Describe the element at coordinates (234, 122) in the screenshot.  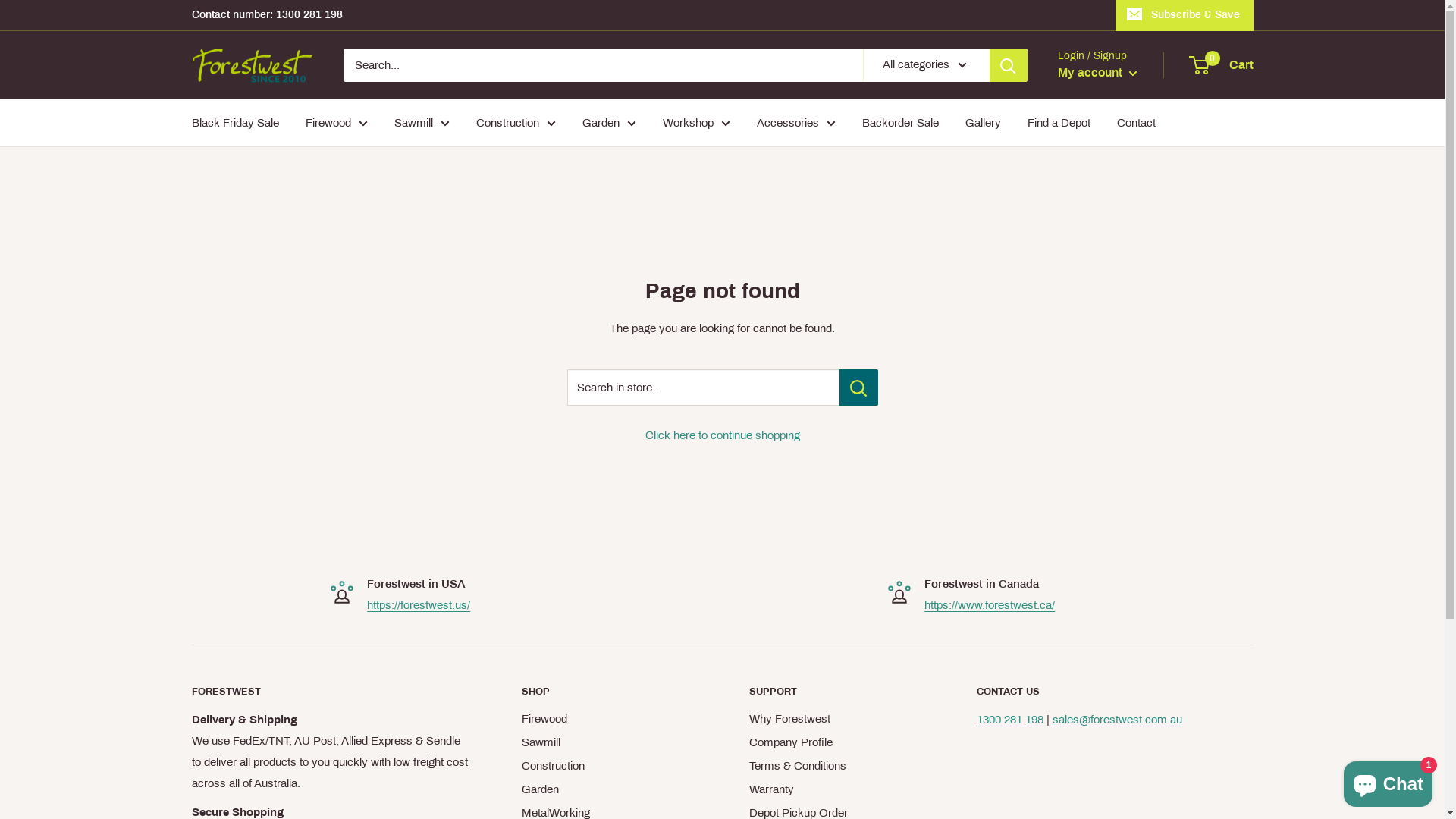
I see `'Black Friday Sale'` at that location.